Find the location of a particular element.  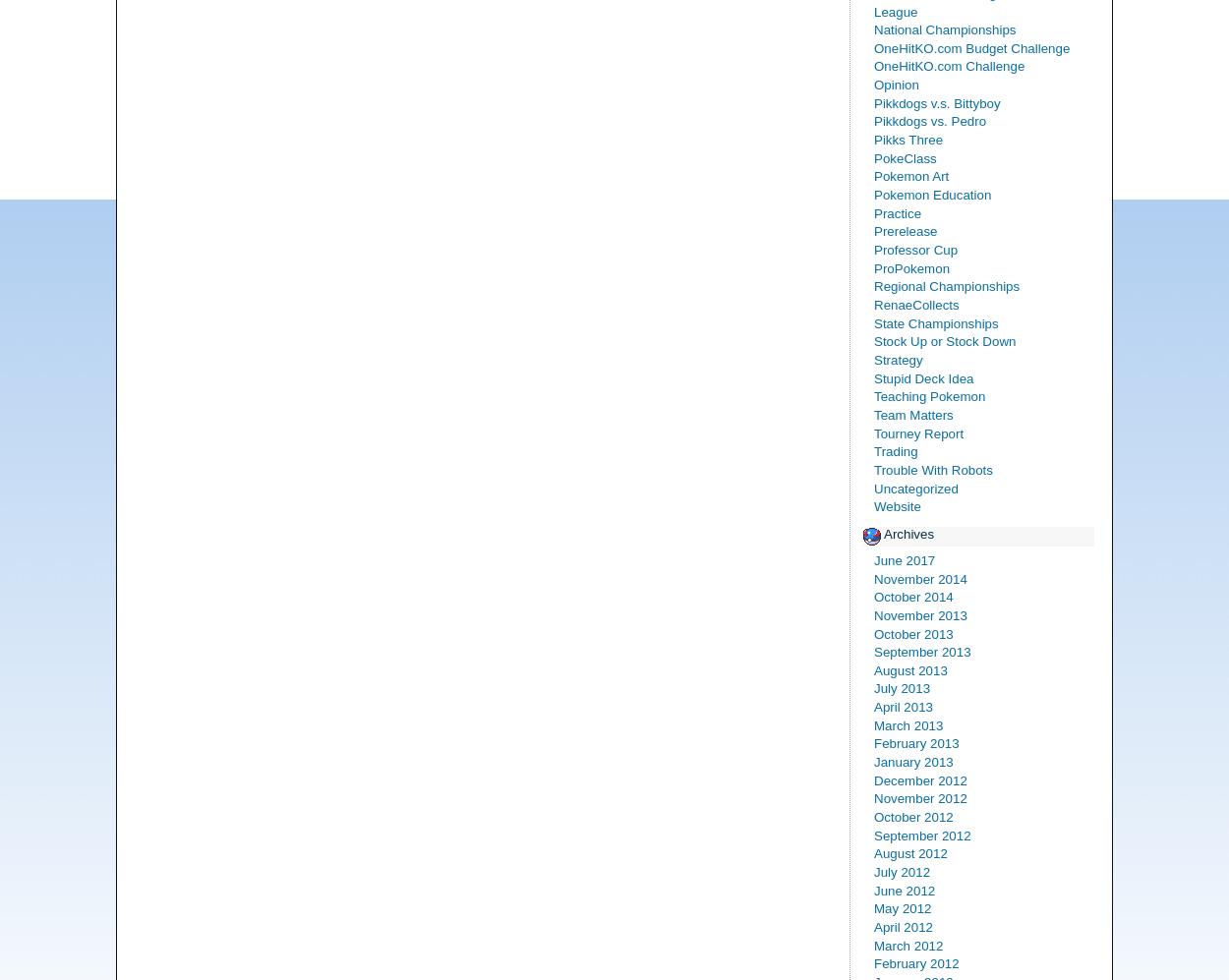

'December 2012' is located at coordinates (874, 778).